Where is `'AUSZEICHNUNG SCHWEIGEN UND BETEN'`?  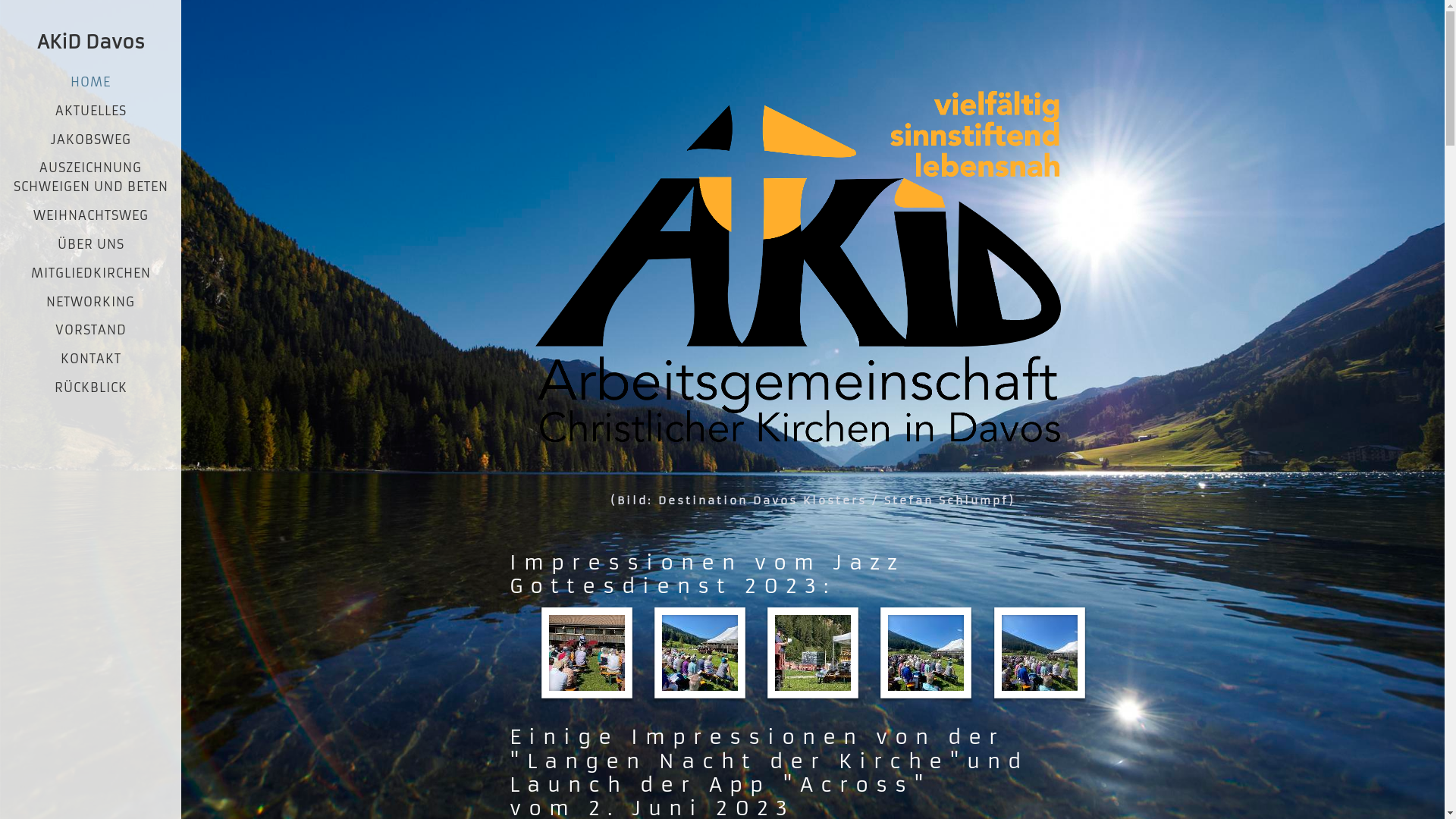 'AUSZEICHNUNG SCHWEIGEN UND BETEN' is located at coordinates (90, 176).